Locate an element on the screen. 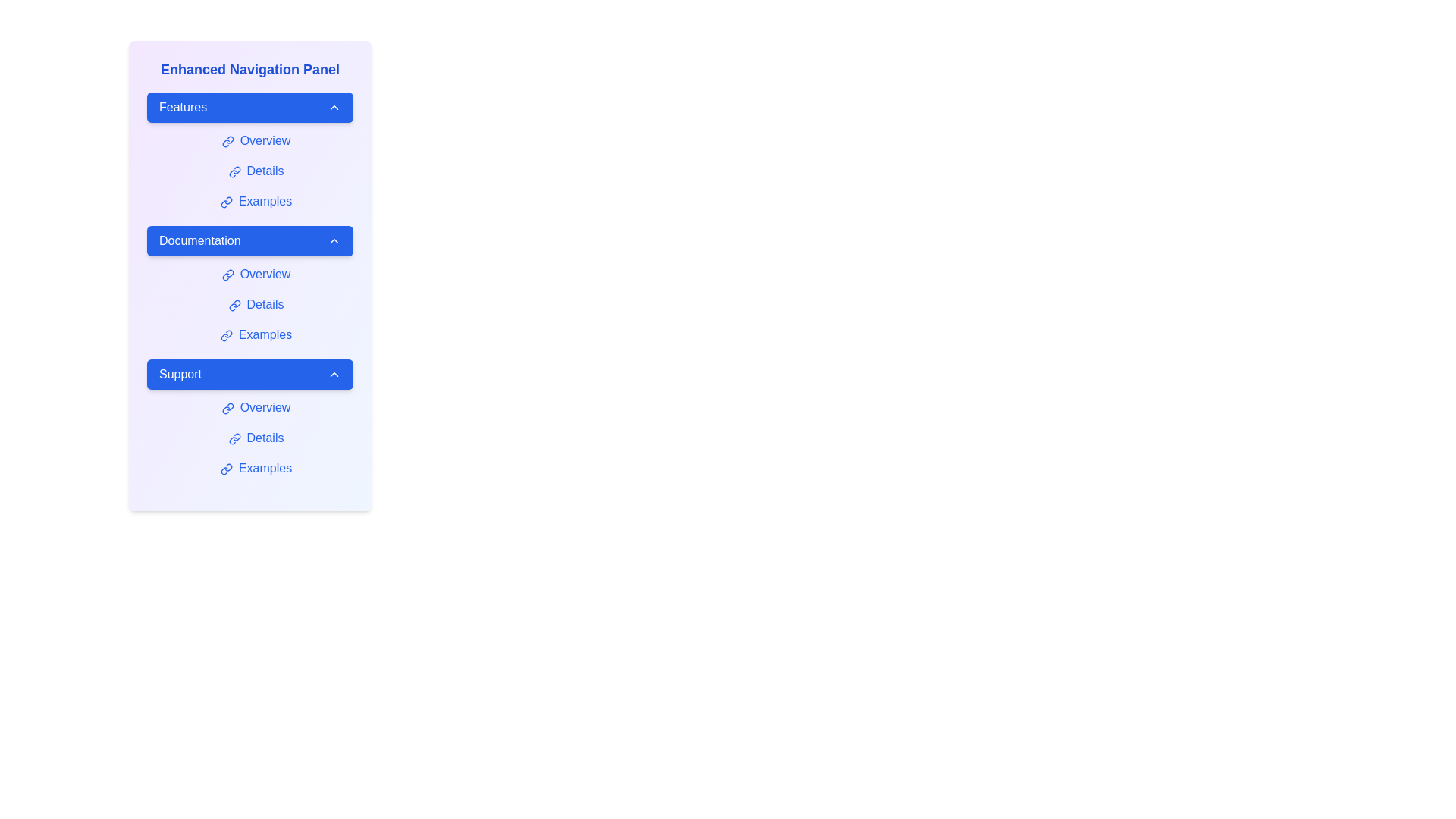 The height and width of the screenshot is (819, 1456). the small upward-pointing chevron icon located to the right edge of the 'Support' button is located at coordinates (334, 374).